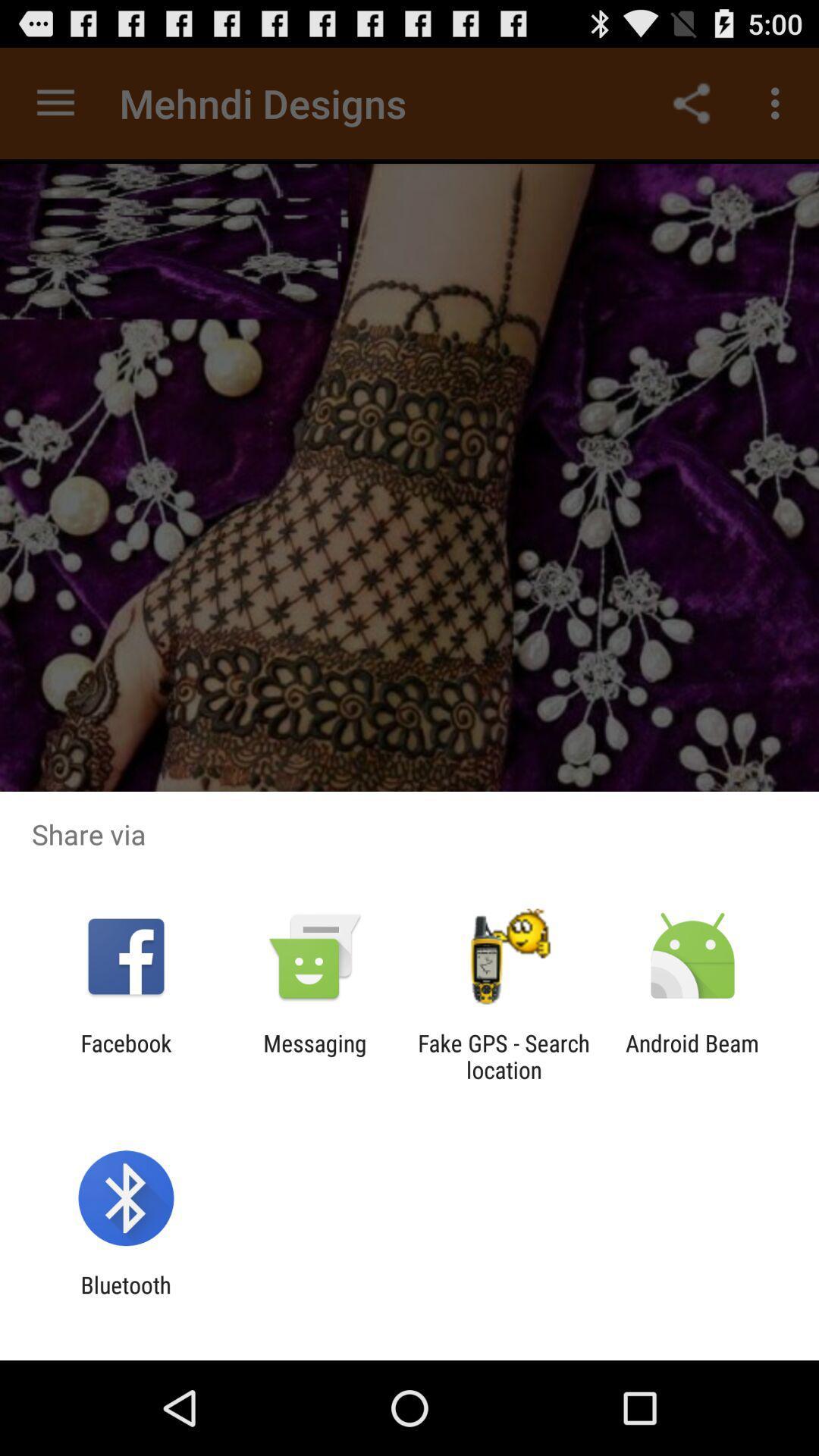 The image size is (819, 1456). I want to click on the icon to the left of android beam app, so click(504, 1056).